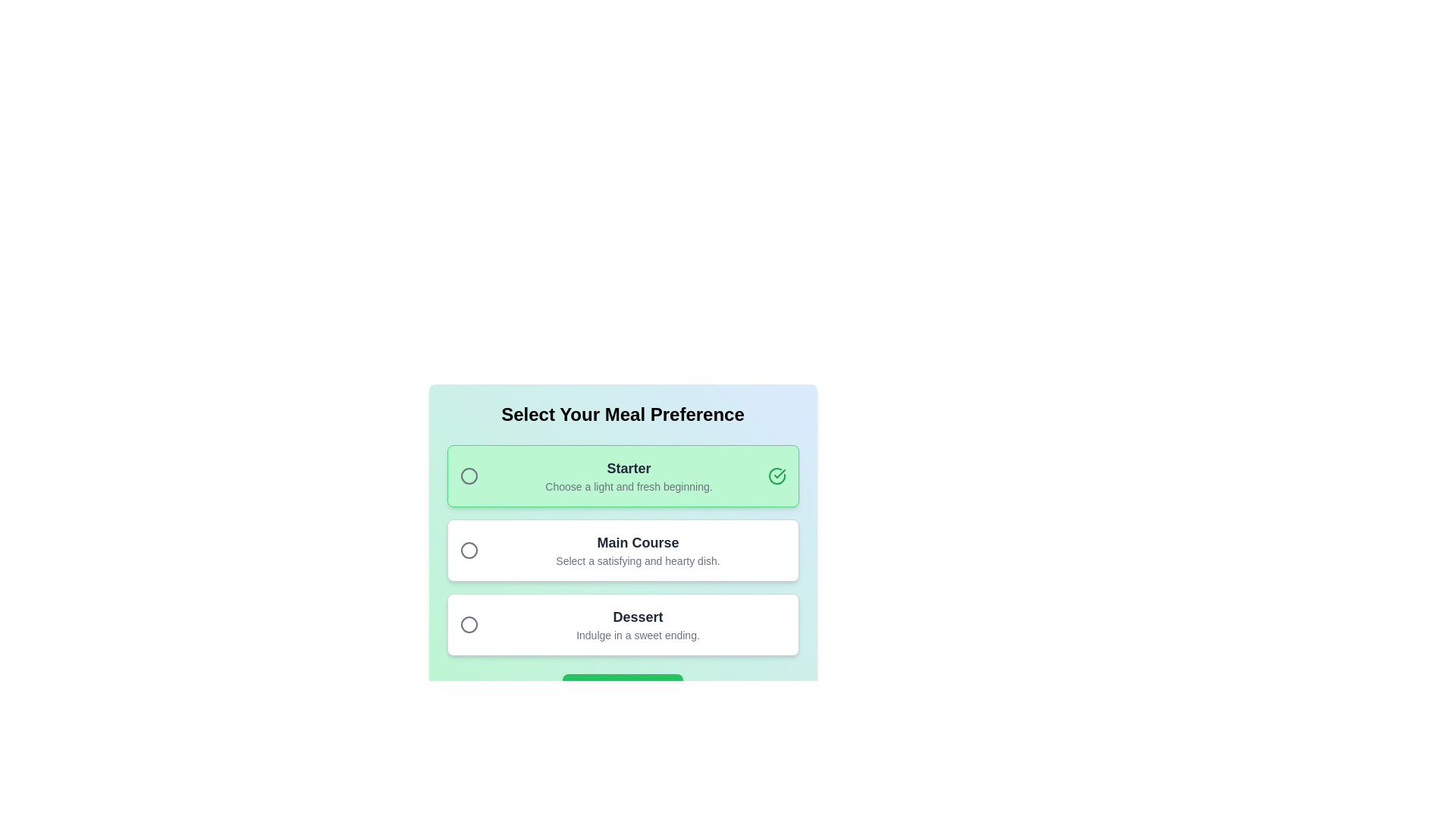 The image size is (1456, 819). I want to click on text label for the meal option 'Starter', which identifies the first choice in the meal preference list, so click(629, 467).